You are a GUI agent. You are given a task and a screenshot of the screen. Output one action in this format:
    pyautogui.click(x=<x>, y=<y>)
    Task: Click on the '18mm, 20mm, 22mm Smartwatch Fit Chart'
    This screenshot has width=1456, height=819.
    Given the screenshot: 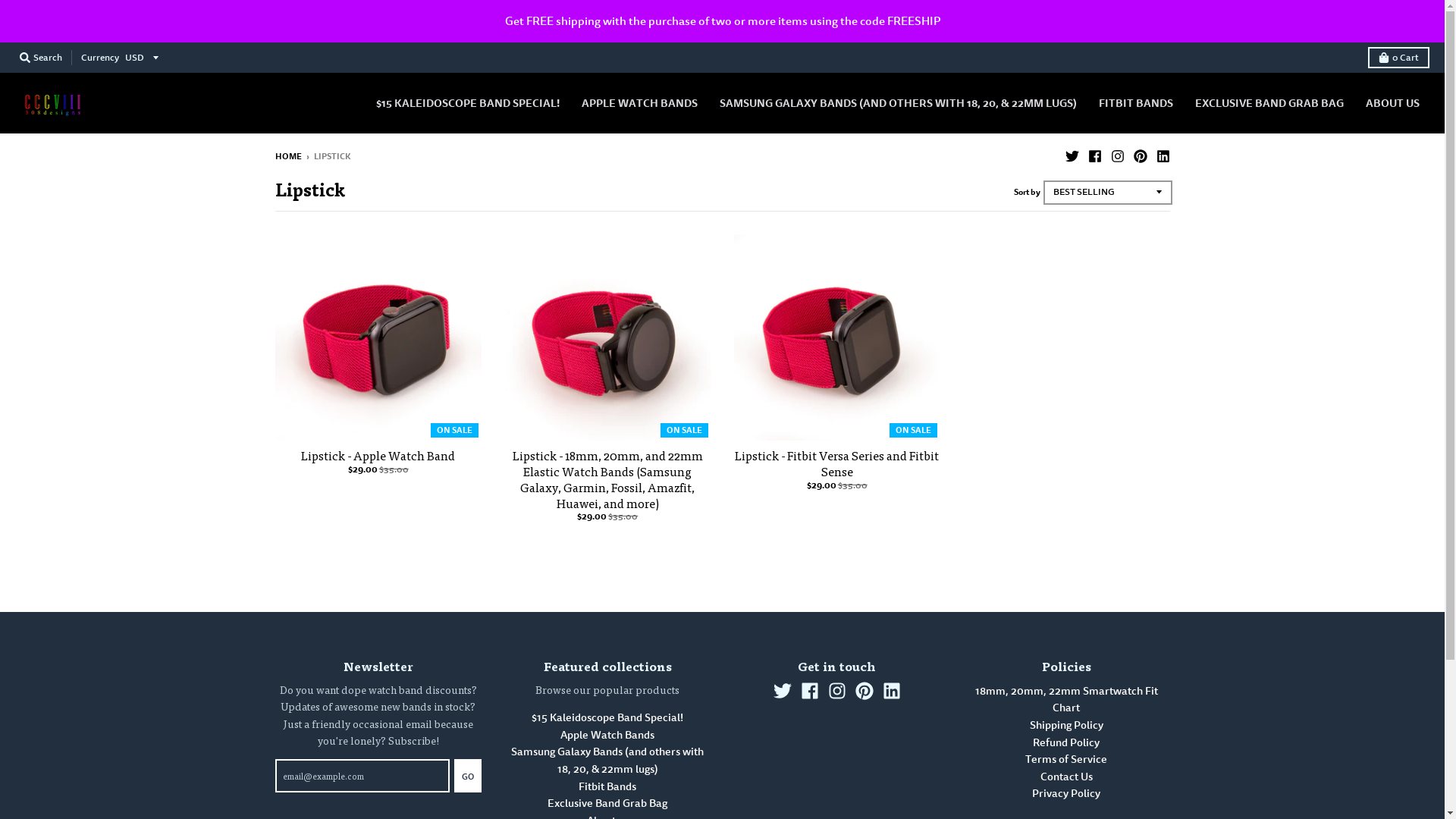 What is the action you would take?
    pyautogui.click(x=1065, y=699)
    